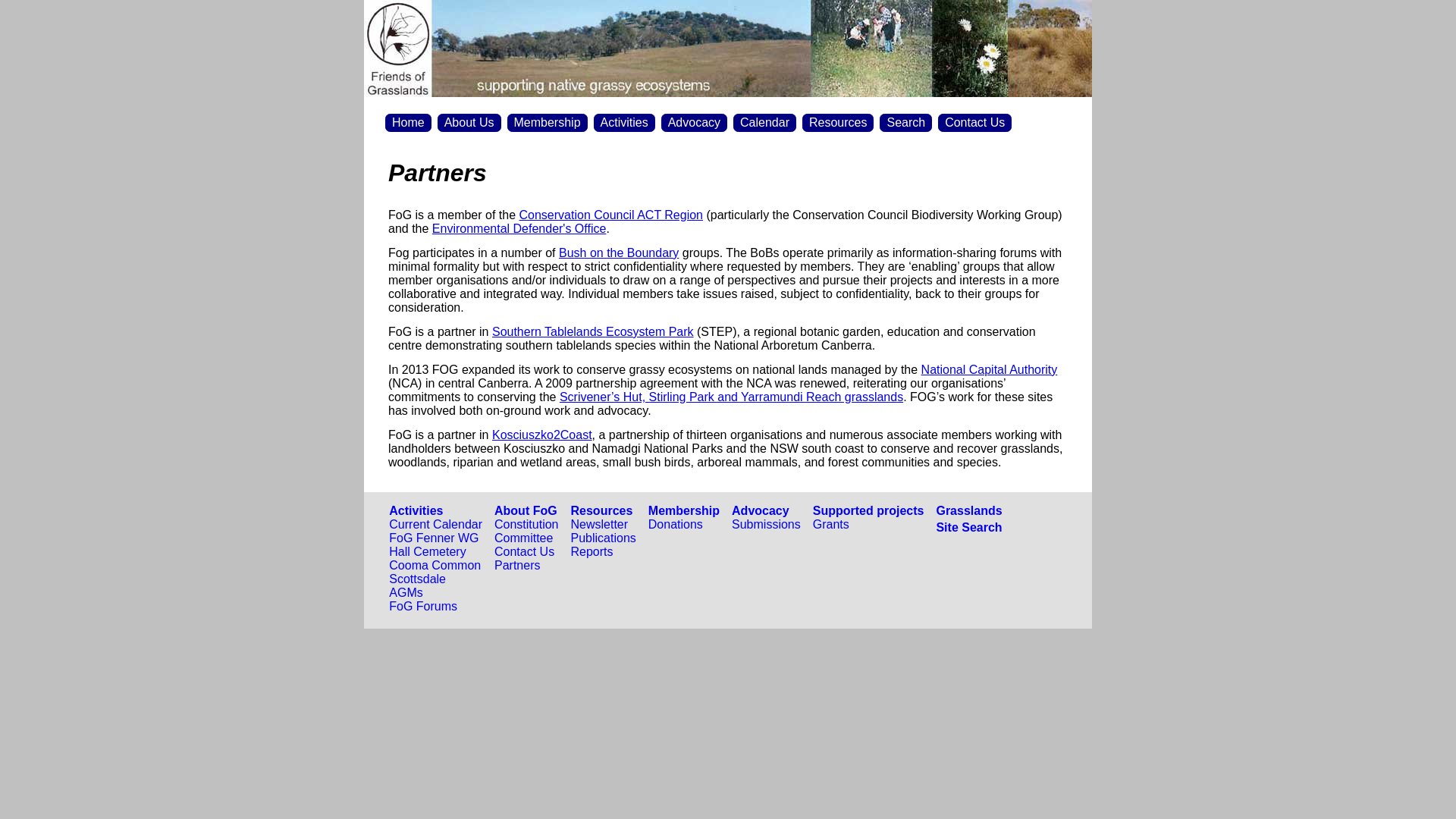  I want to click on 'Scottsdale', so click(389, 579).